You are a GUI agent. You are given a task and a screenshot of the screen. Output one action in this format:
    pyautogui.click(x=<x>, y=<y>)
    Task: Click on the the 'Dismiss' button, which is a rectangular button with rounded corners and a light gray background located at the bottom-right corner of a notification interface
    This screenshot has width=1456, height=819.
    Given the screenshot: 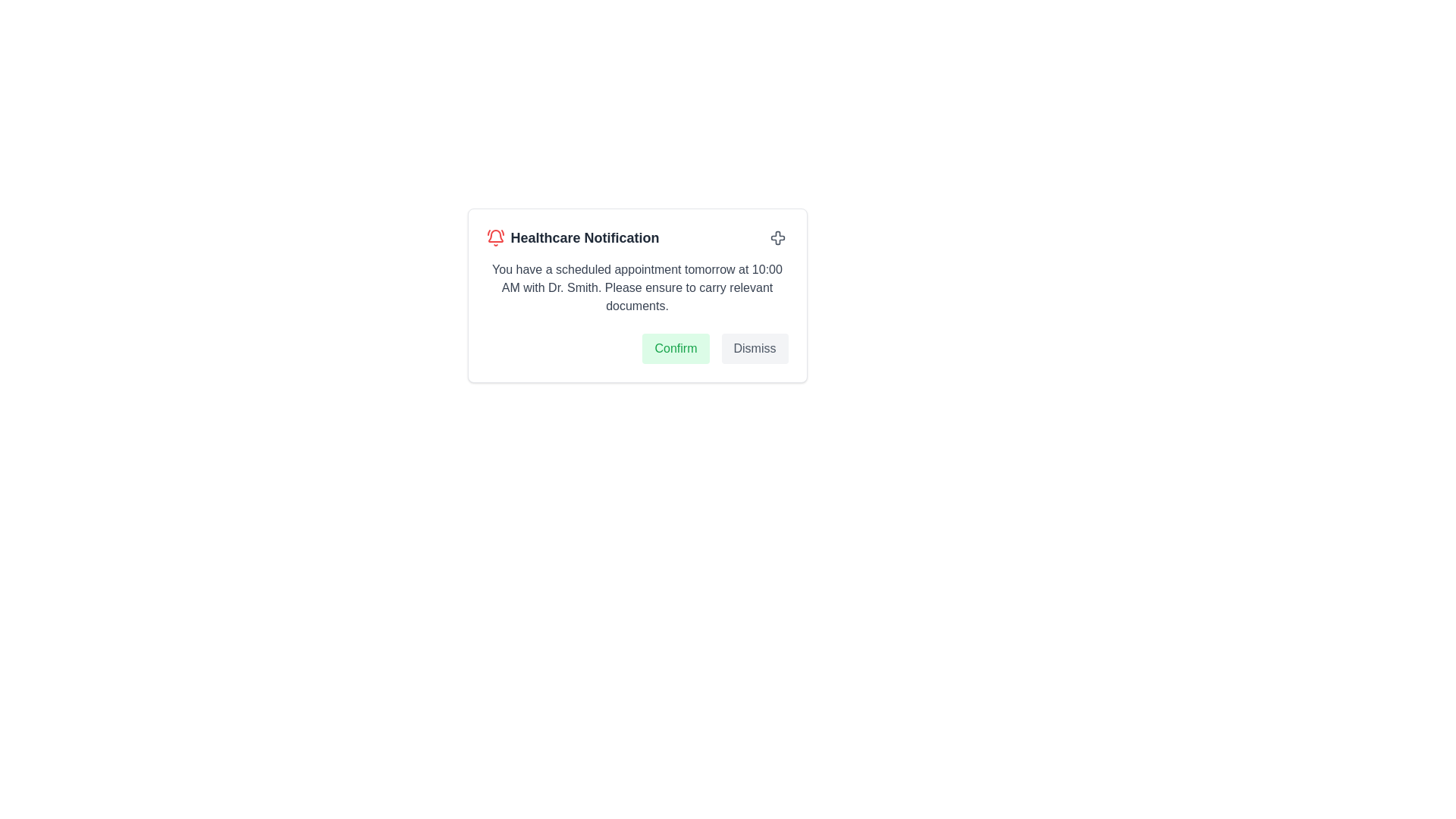 What is the action you would take?
    pyautogui.click(x=755, y=348)
    